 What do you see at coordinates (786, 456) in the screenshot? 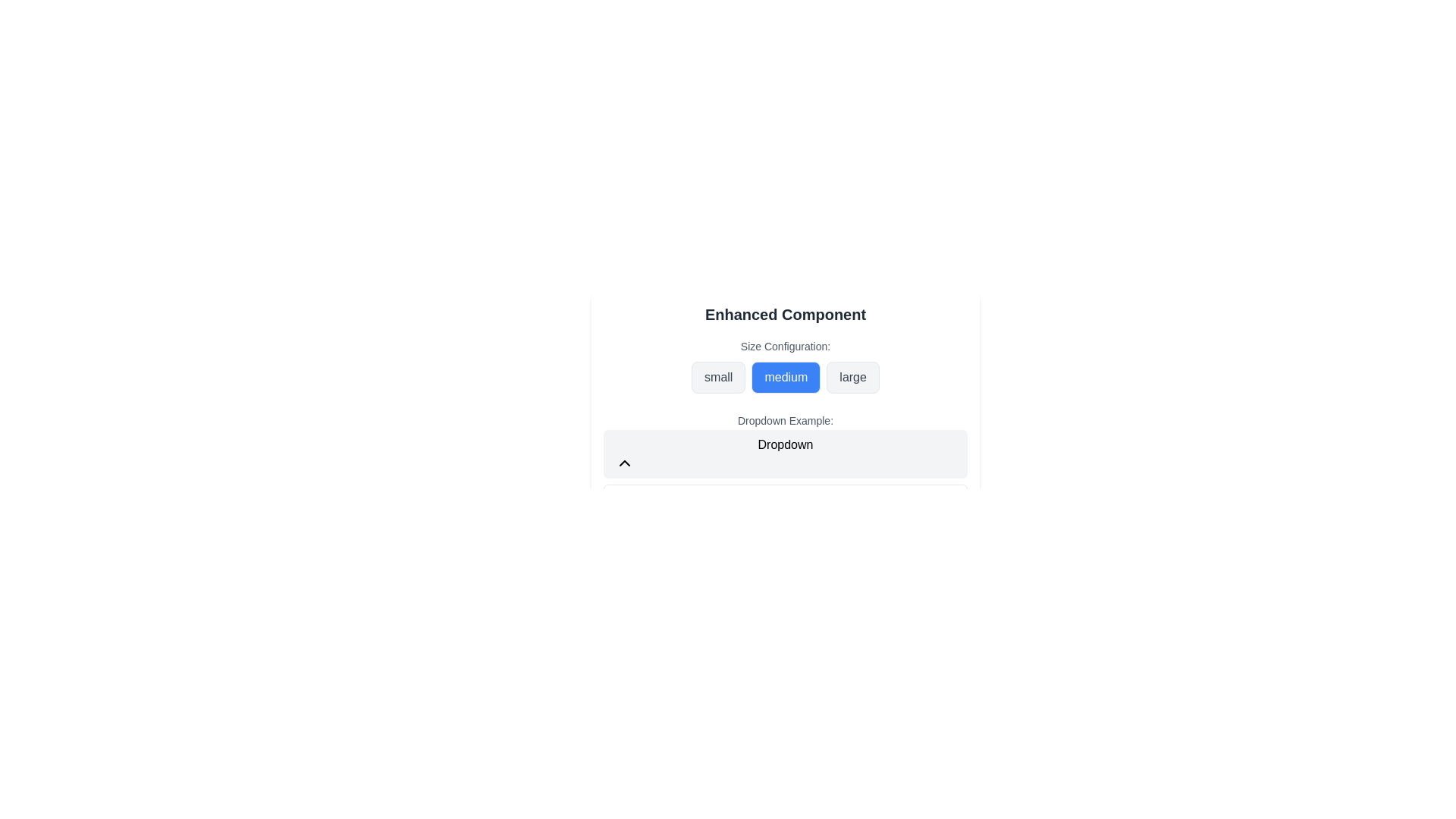
I see `the Dropdown trigger element located below the label 'Dropdown Example:'` at bounding box center [786, 456].